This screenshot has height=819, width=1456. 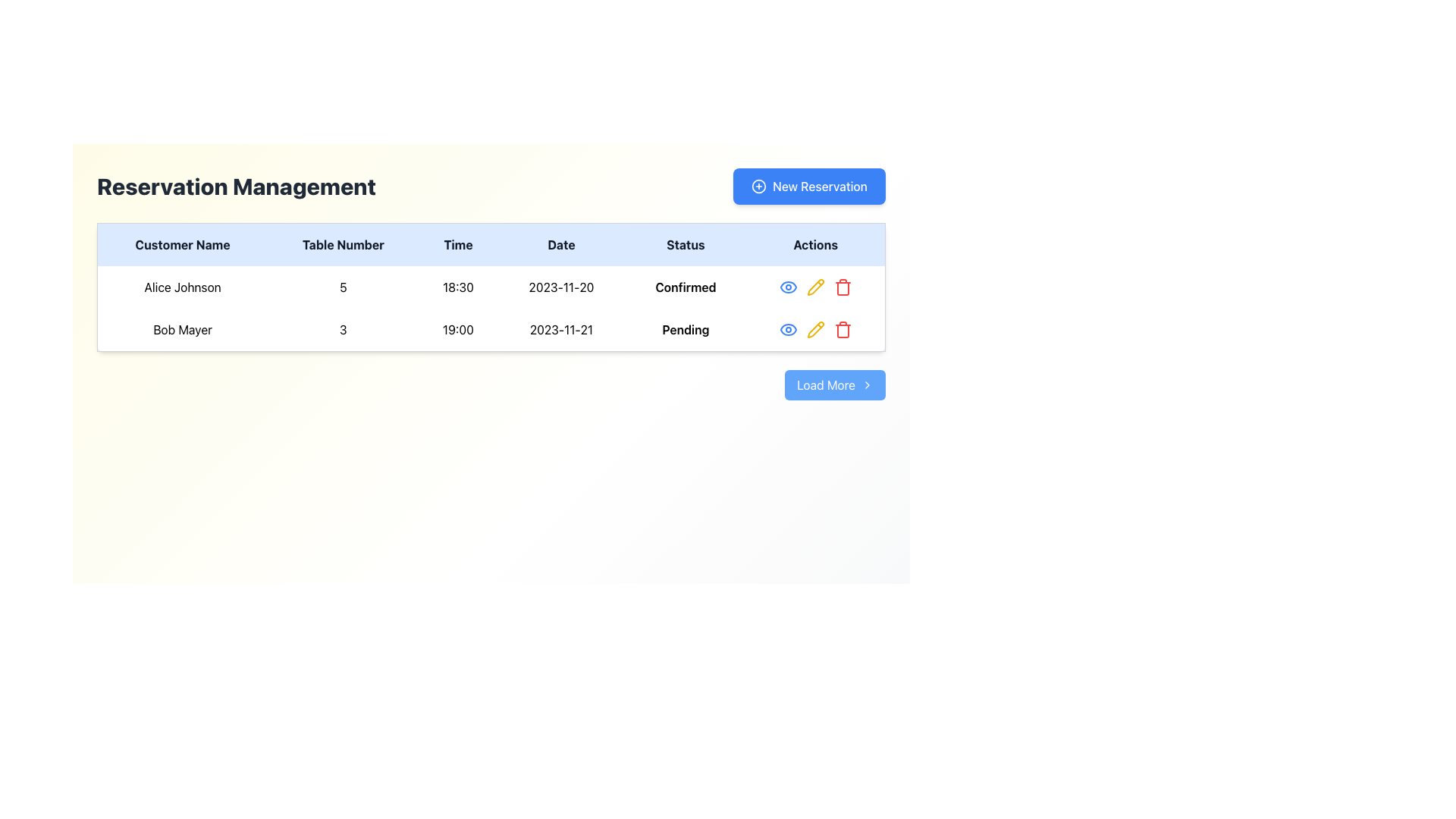 I want to click on the edit action icon in the 'Actions' column of the first row of the reservation table, which is flanked by a blue eye icon on the left and a red trash icon on the right, so click(x=814, y=287).